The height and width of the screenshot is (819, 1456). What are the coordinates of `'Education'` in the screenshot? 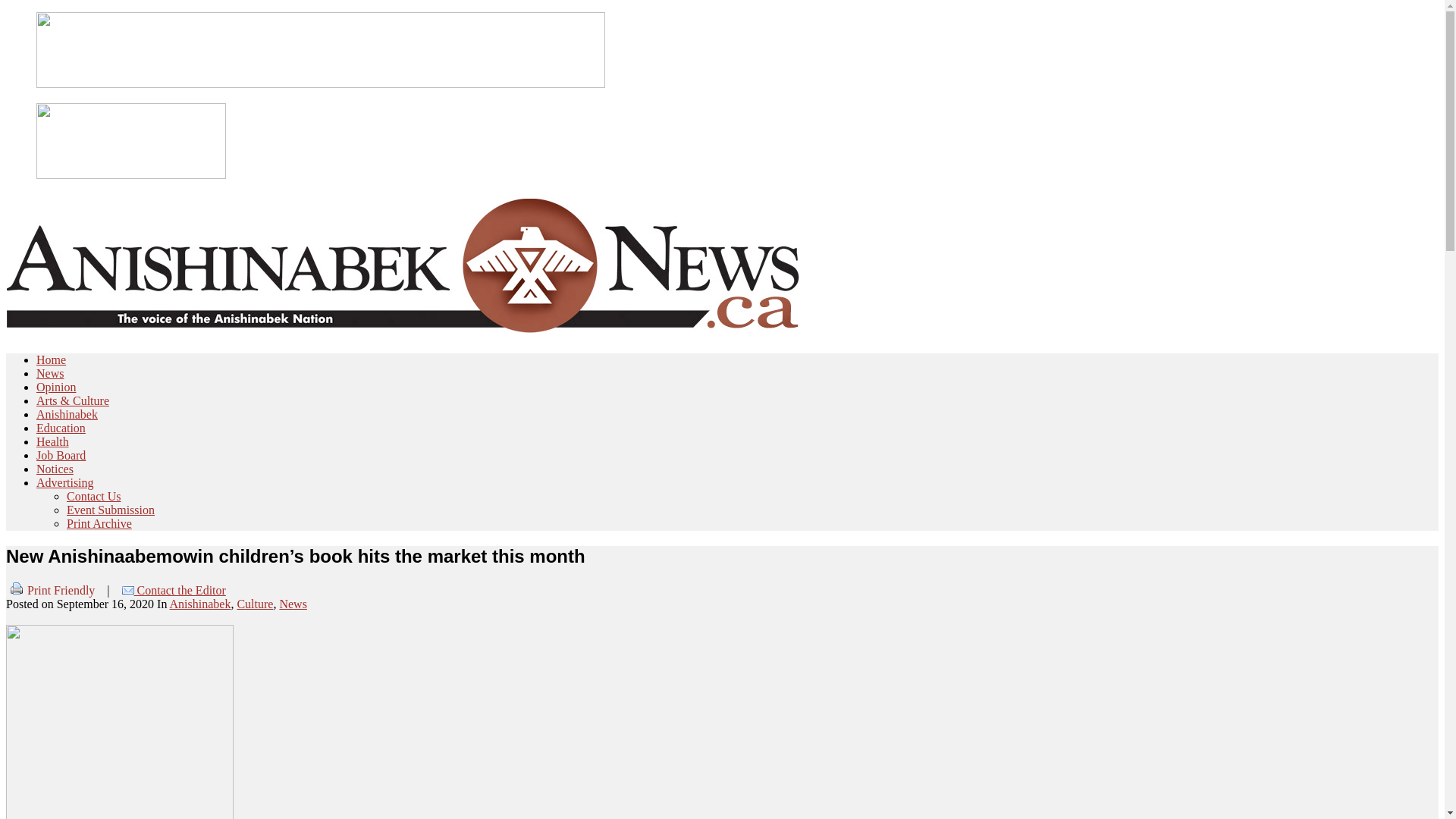 It's located at (61, 428).